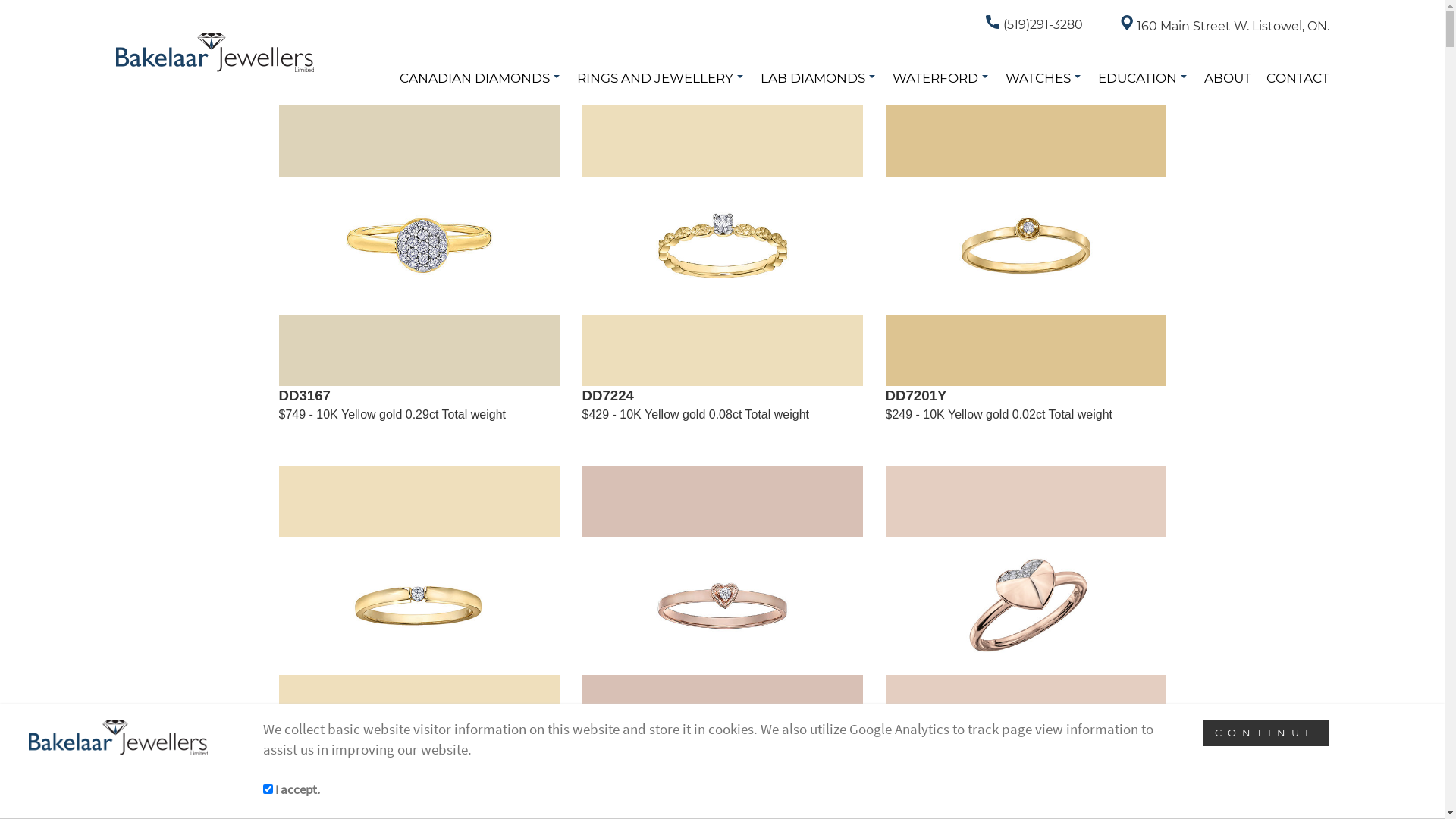 The height and width of the screenshot is (819, 1456). I want to click on 'ABOUT', so click(1227, 78).